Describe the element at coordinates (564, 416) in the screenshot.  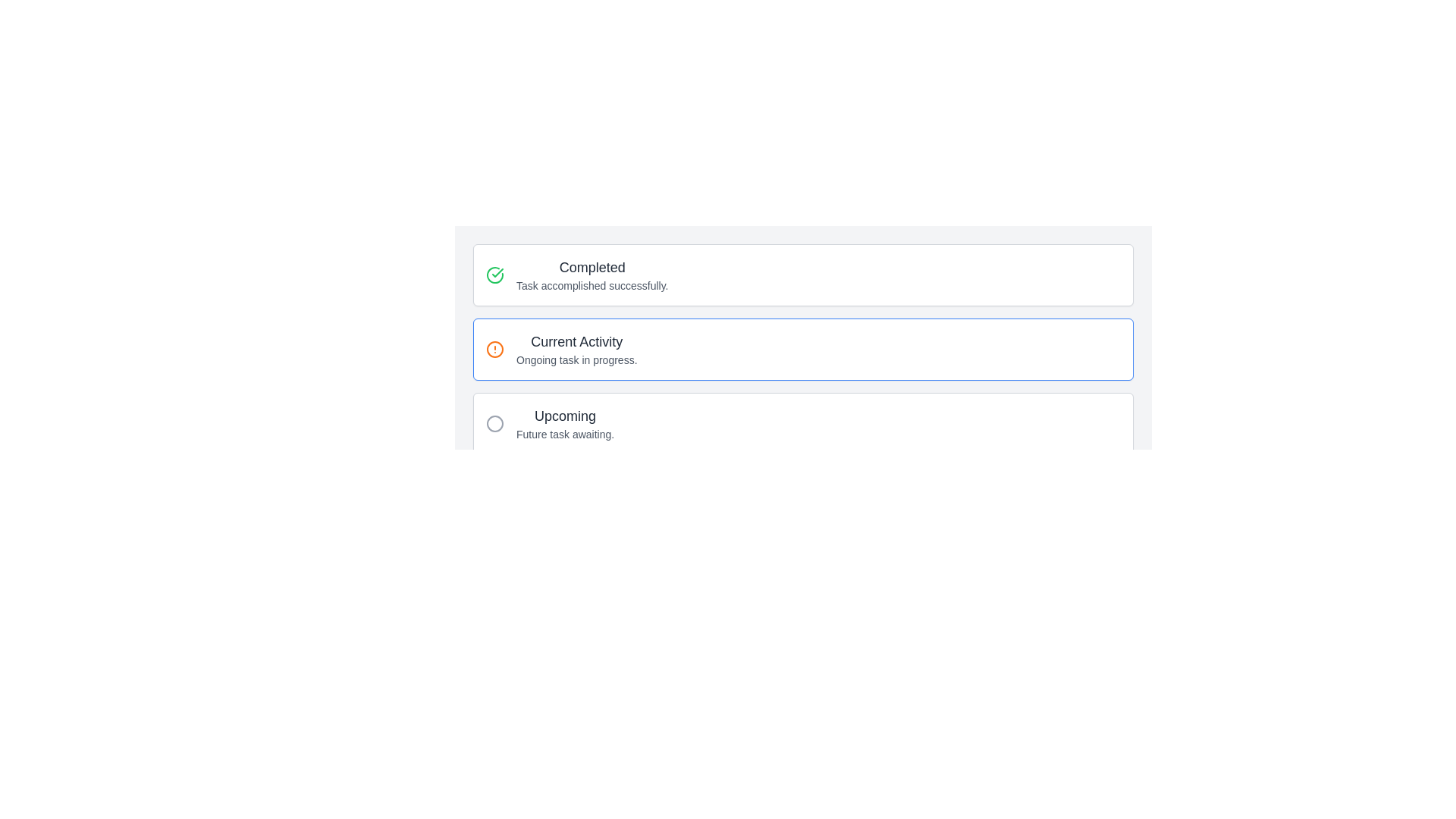
I see `the 'Upcoming' text label, which is displayed in a larger, bold, dark gray font, located in the third section below 'Current Activity.'` at that location.